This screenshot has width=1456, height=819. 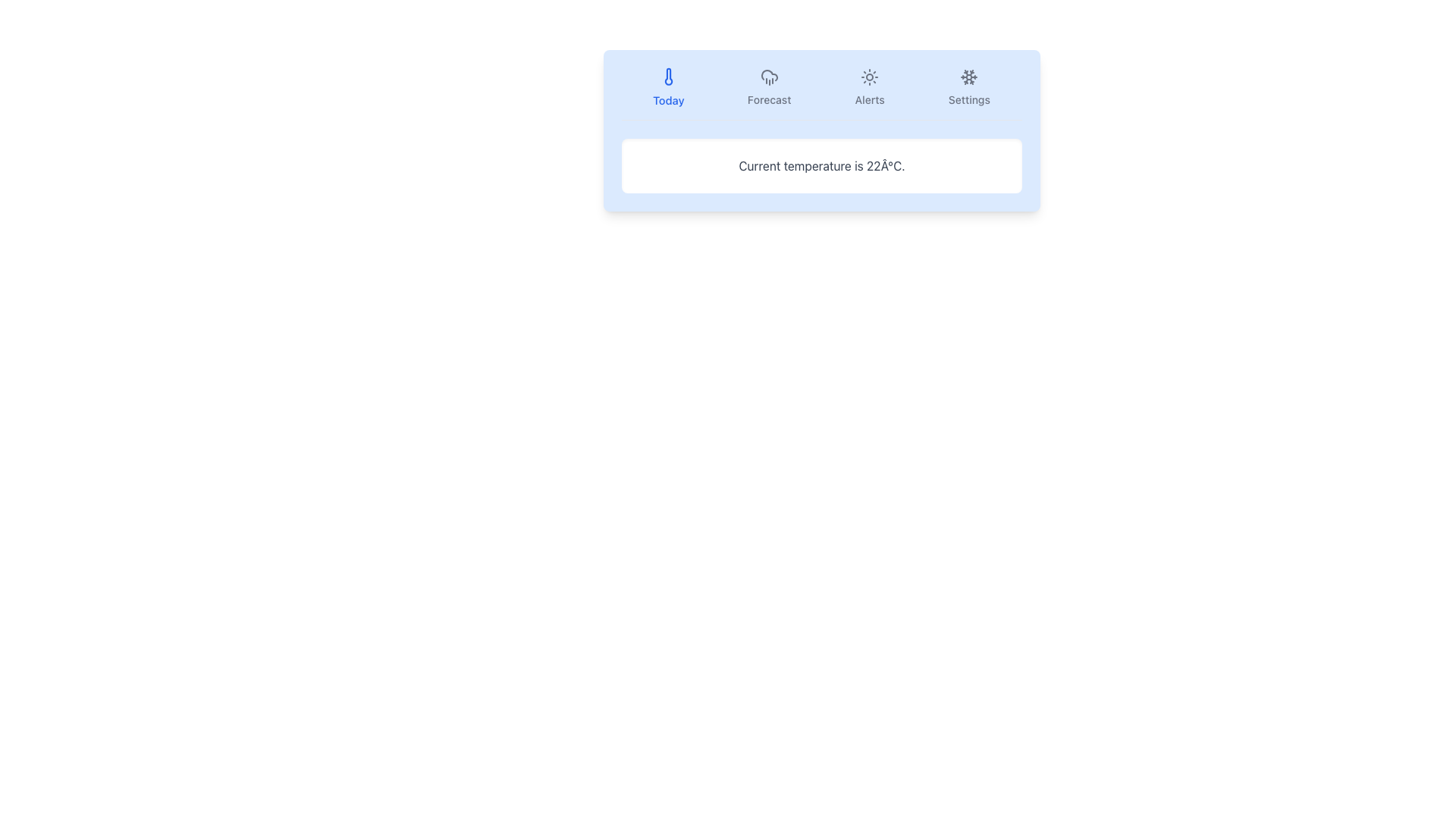 What do you see at coordinates (667, 77) in the screenshot?
I see `the vertical thermometer-like icon located at the leftmost position of the navigation menu` at bounding box center [667, 77].